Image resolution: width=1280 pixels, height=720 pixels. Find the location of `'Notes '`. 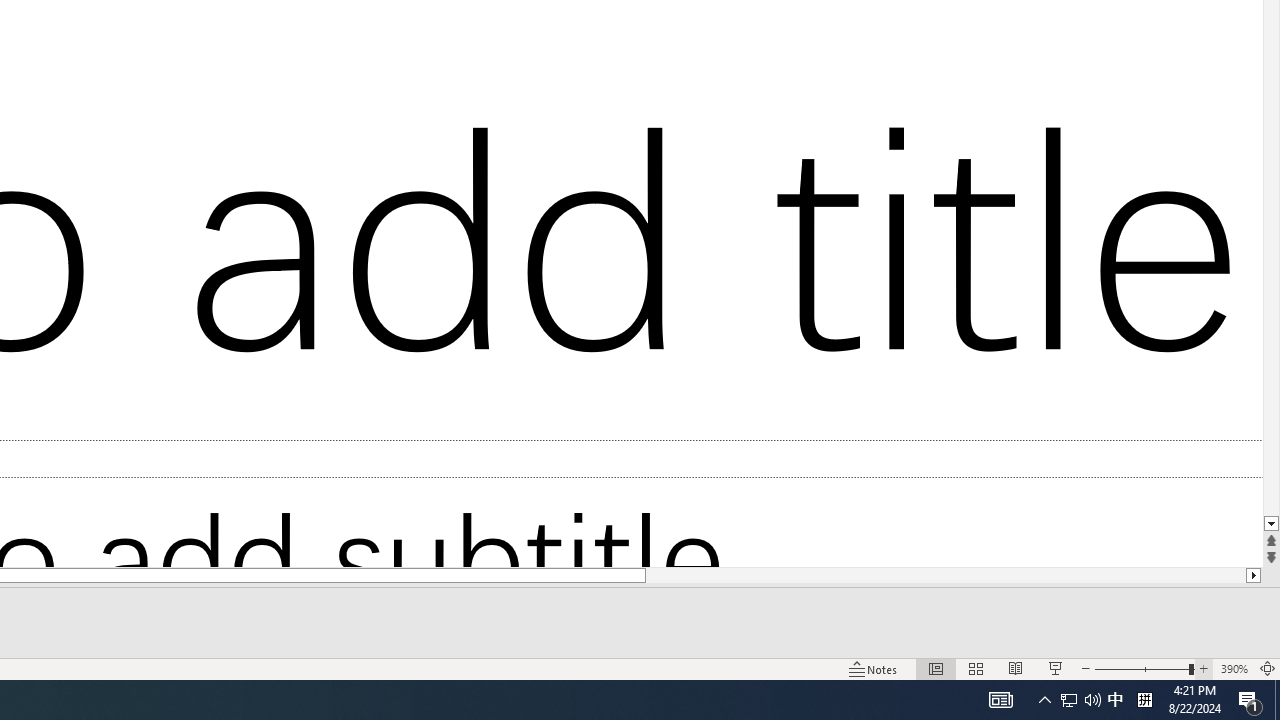

'Notes ' is located at coordinates (874, 669).